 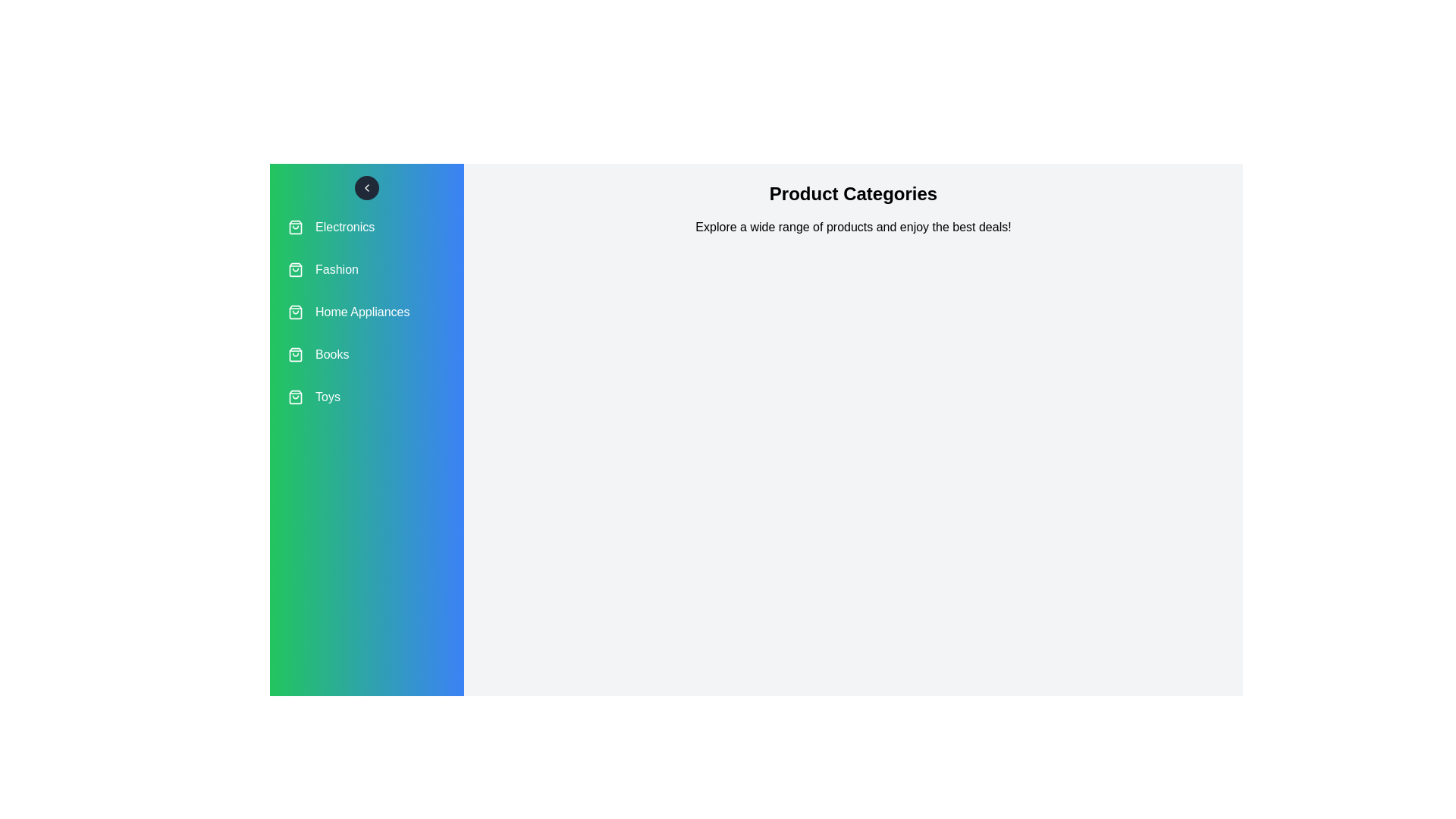 I want to click on the icon associated with the category Fashion, so click(x=295, y=268).